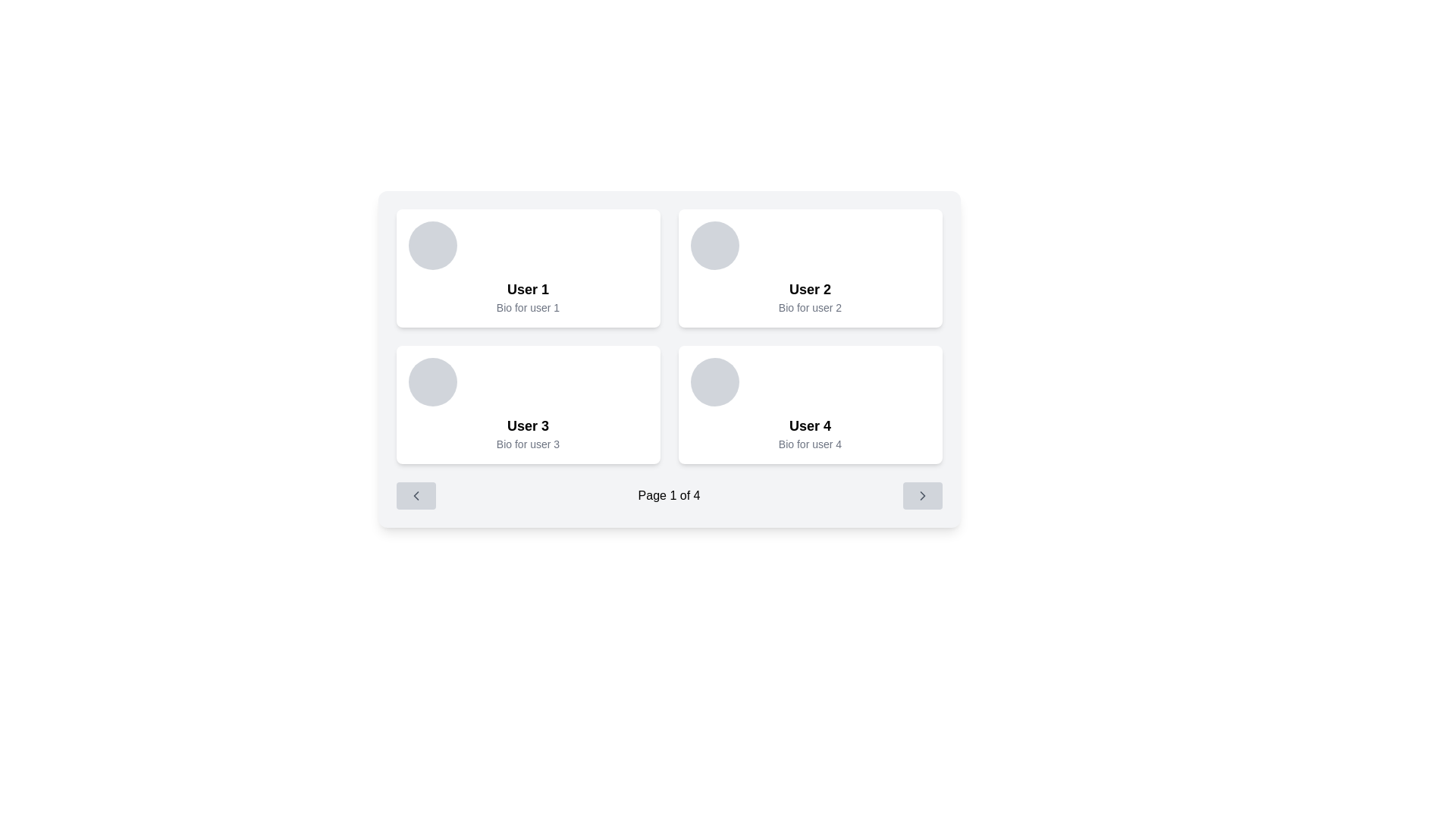  Describe the element at coordinates (921, 496) in the screenshot. I see `the right-pointing chevron icon located in the bottom right corner of the layout` at that location.